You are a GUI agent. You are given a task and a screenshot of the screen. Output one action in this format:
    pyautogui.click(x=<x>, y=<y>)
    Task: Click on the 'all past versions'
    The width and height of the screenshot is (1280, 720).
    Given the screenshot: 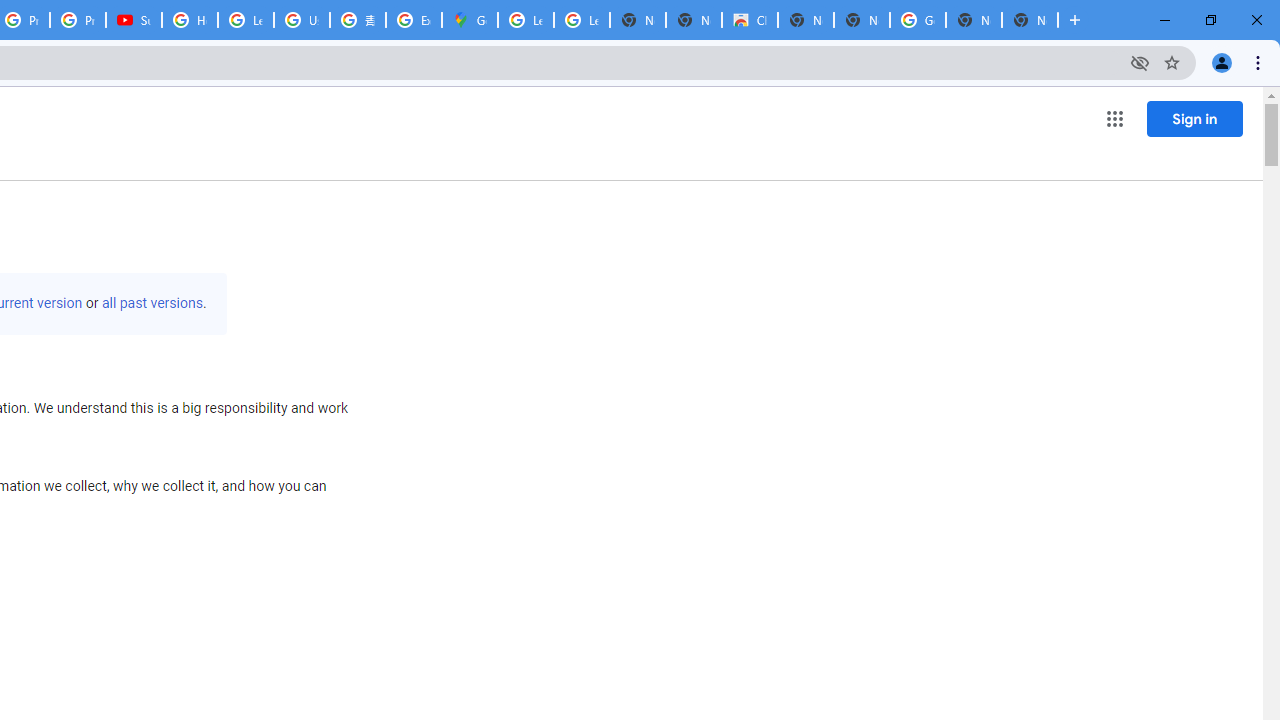 What is the action you would take?
    pyautogui.click(x=151, y=303)
    